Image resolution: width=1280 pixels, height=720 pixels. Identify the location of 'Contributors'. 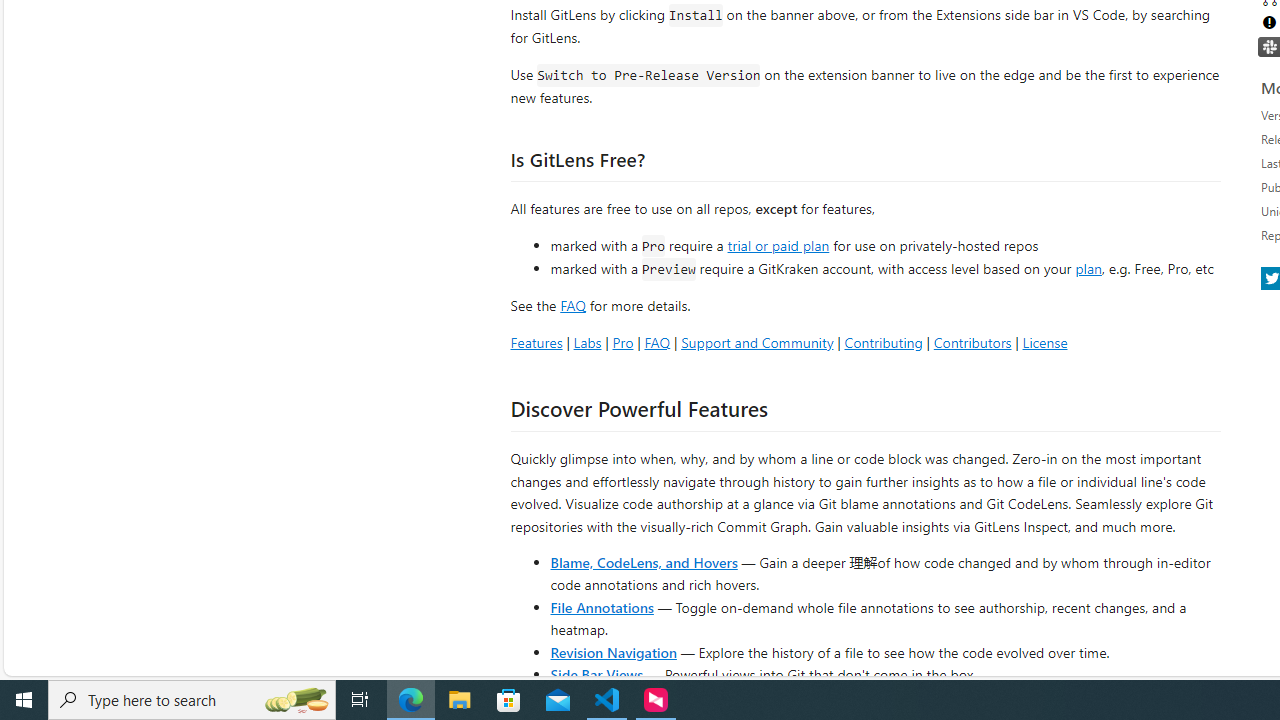
(972, 341).